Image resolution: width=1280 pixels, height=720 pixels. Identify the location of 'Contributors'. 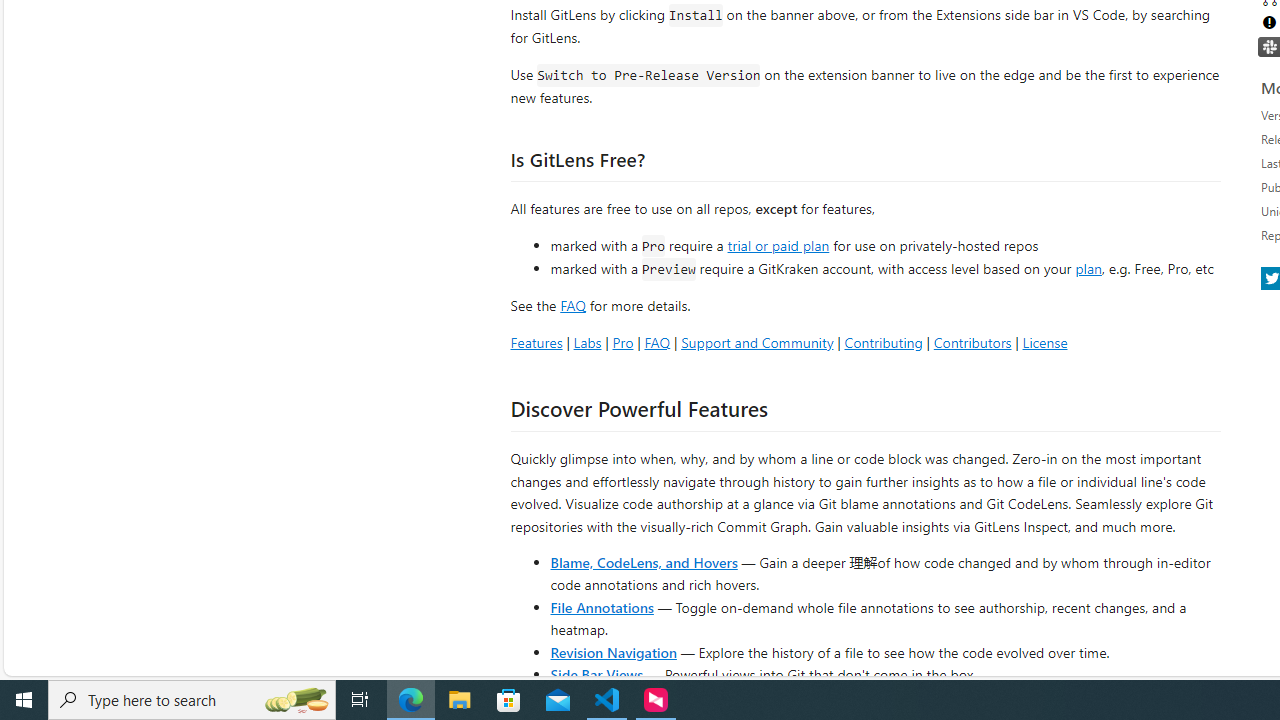
(972, 341).